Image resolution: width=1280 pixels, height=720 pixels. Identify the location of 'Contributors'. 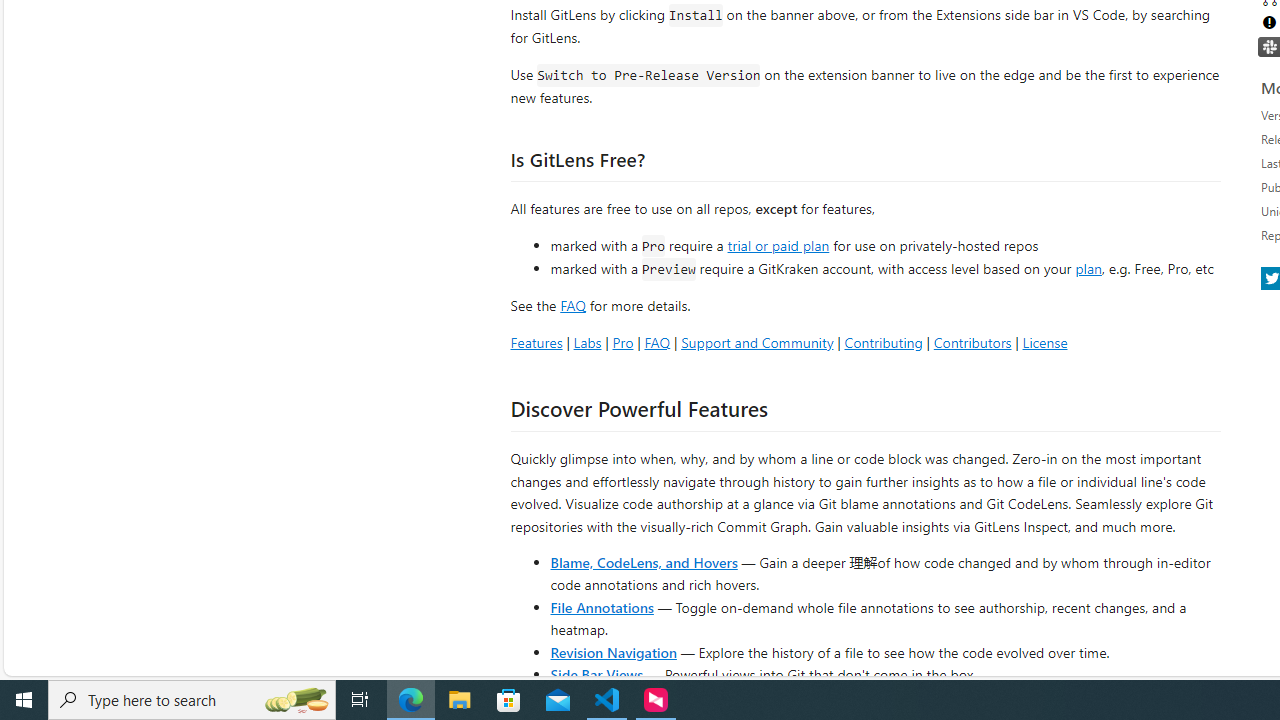
(972, 341).